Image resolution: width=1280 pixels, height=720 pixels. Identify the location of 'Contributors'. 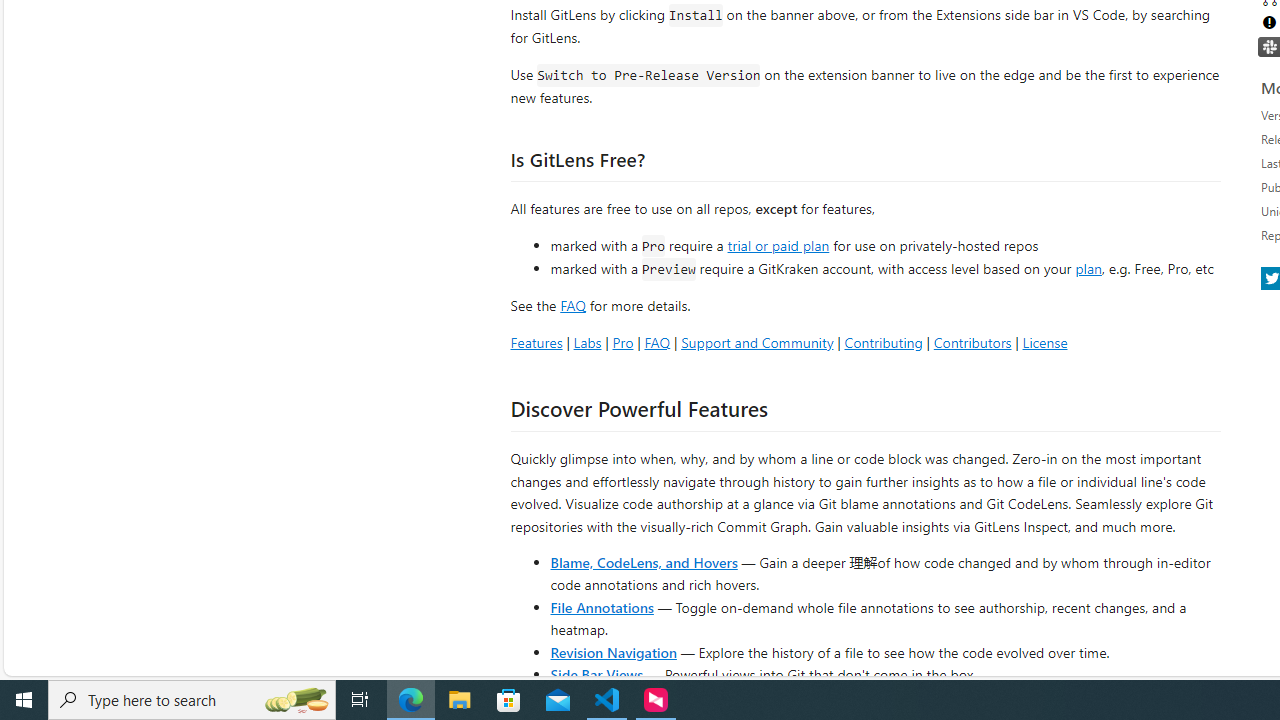
(972, 341).